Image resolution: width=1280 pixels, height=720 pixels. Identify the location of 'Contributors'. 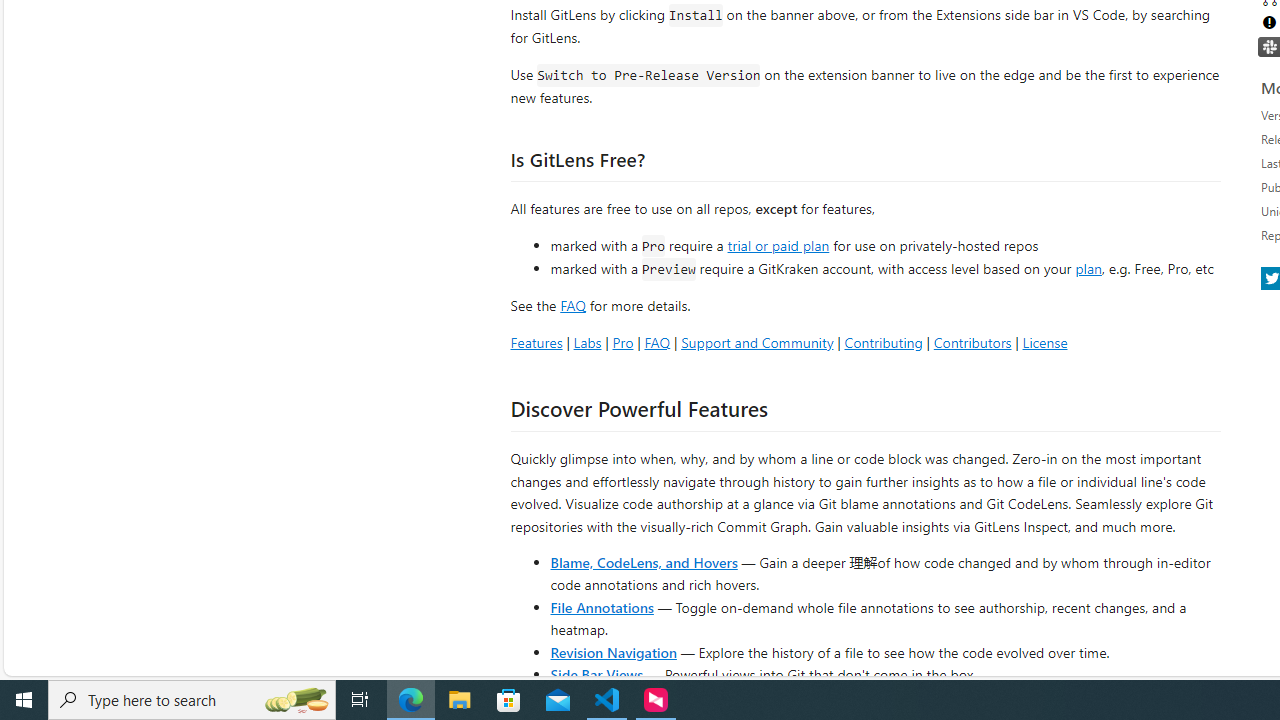
(972, 341).